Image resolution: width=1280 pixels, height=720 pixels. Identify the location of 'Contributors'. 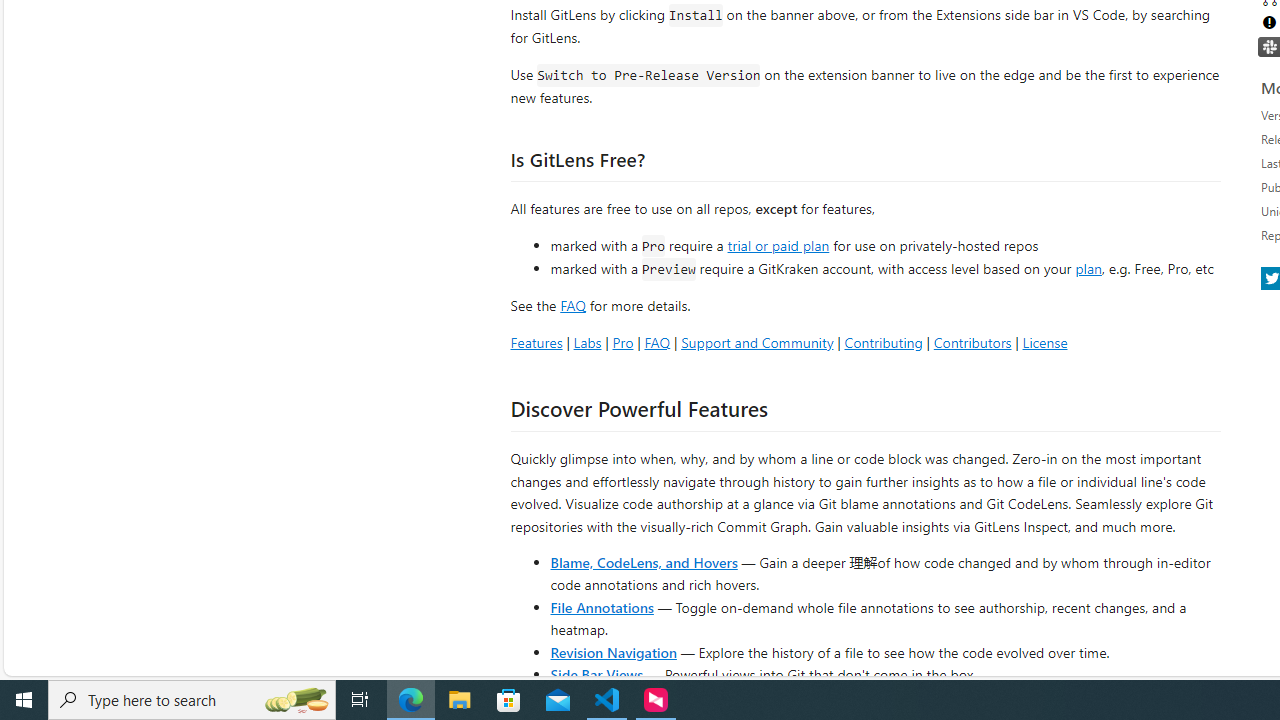
(972, 341).